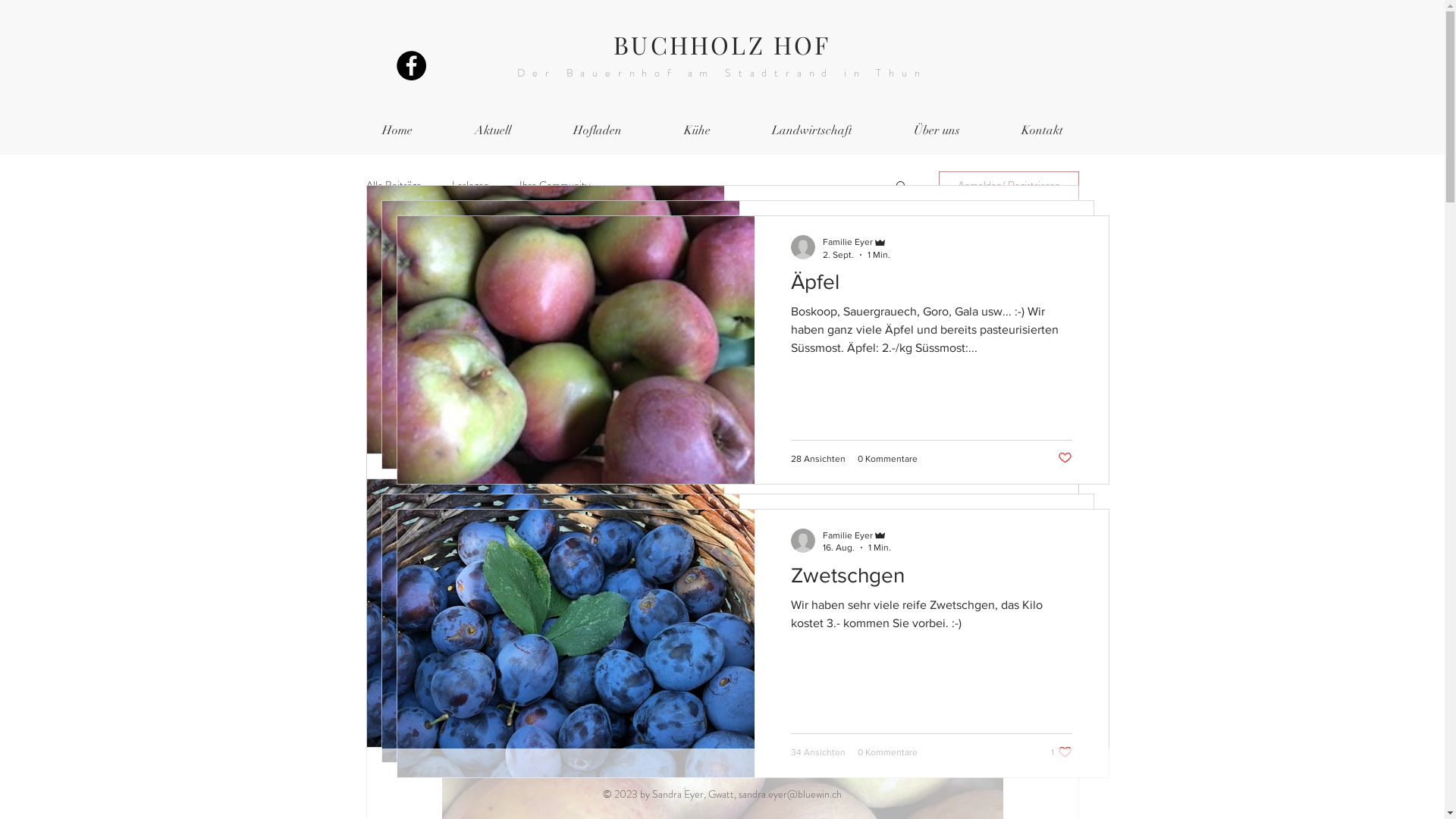 The image size is (1456, 819). What do you see at coordinates (450, 184) in the screenshot?
I see `'Loslegen'` at bounding box center [450, 184].